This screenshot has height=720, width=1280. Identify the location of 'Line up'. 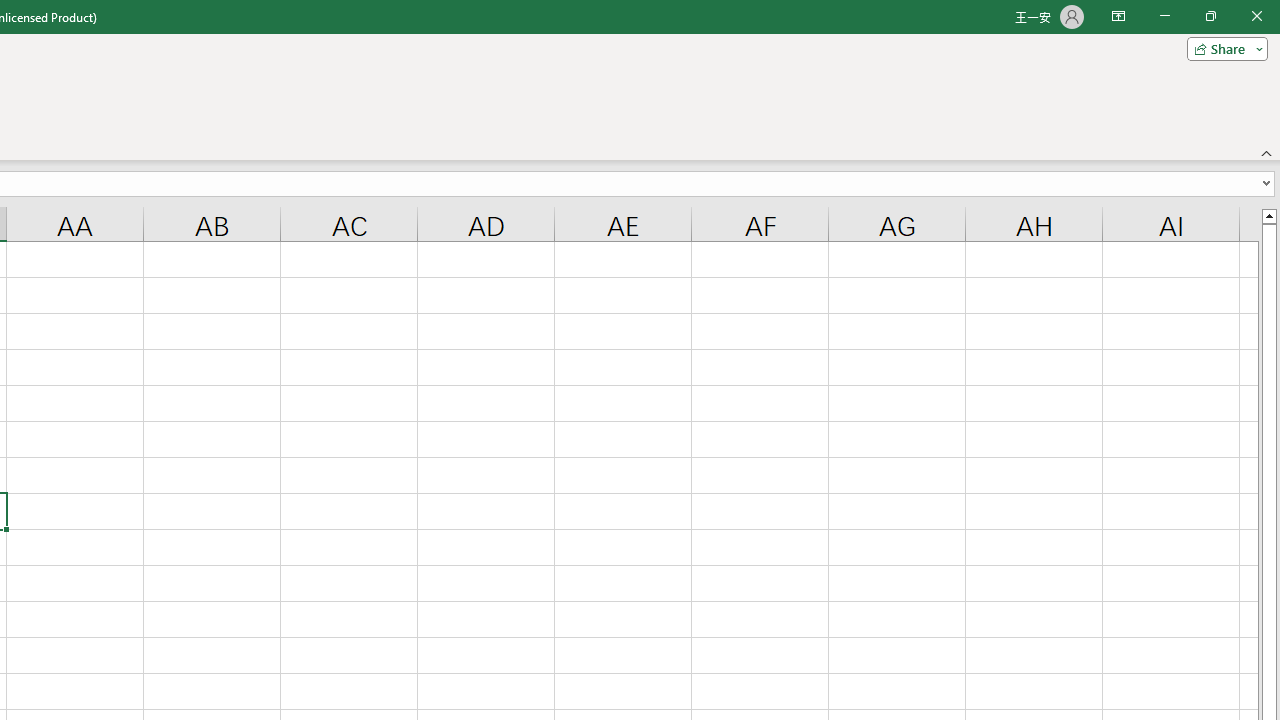
(1268, 215).